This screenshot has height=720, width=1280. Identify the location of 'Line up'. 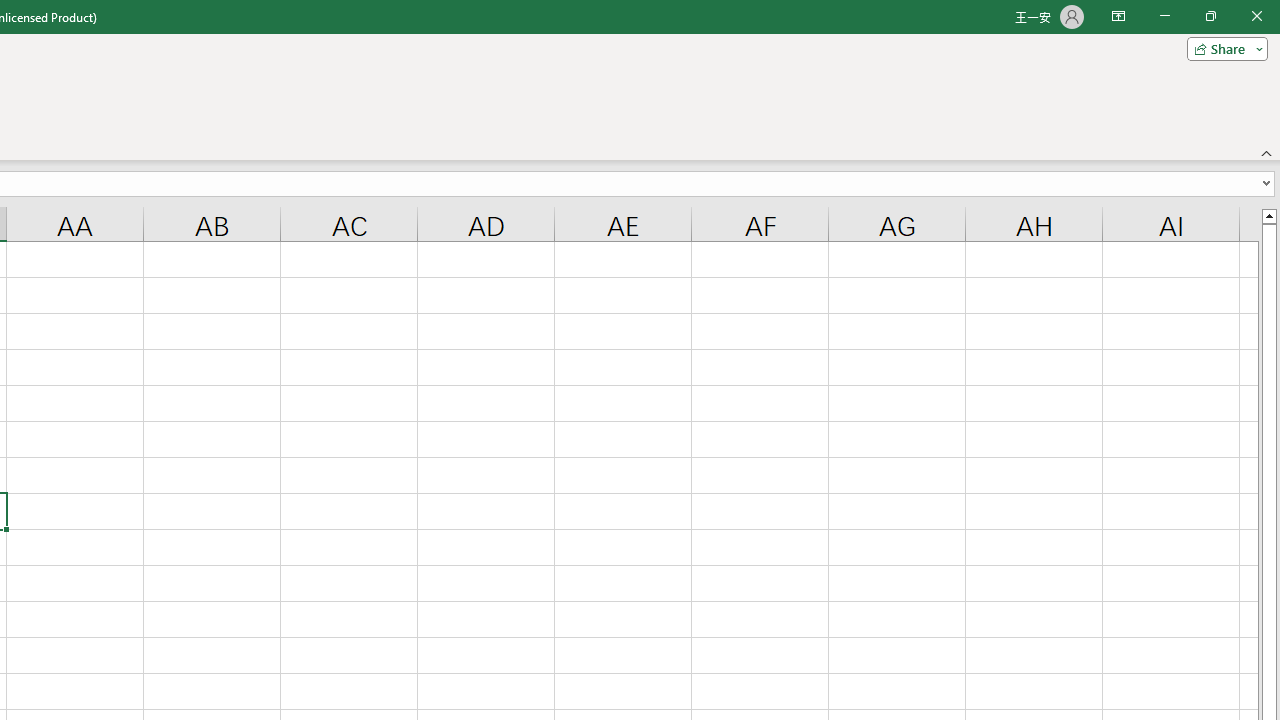
(1268, 215).